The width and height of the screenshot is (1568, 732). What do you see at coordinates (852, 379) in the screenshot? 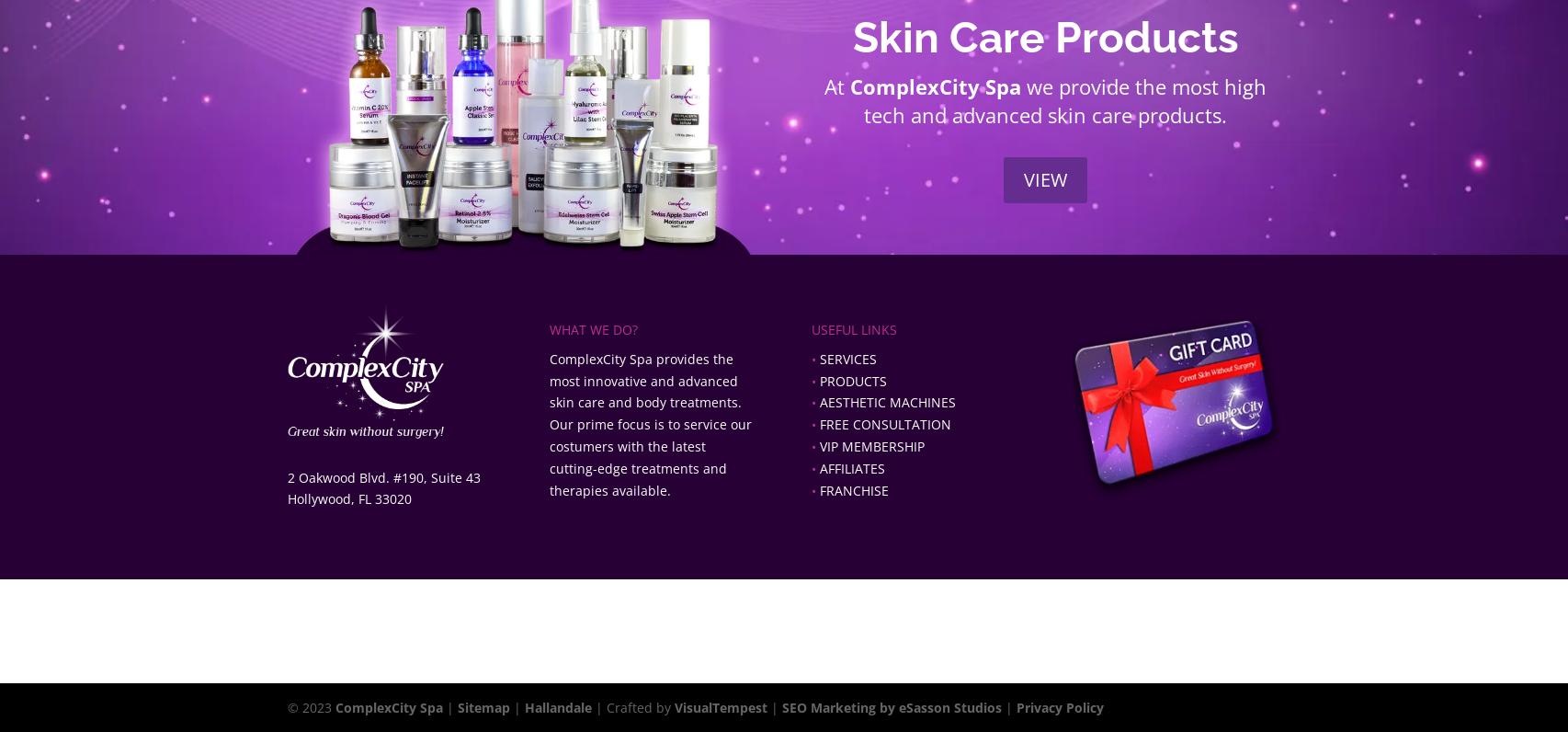
I see `'PRODUCTS'` at bounding box center [852, 379].